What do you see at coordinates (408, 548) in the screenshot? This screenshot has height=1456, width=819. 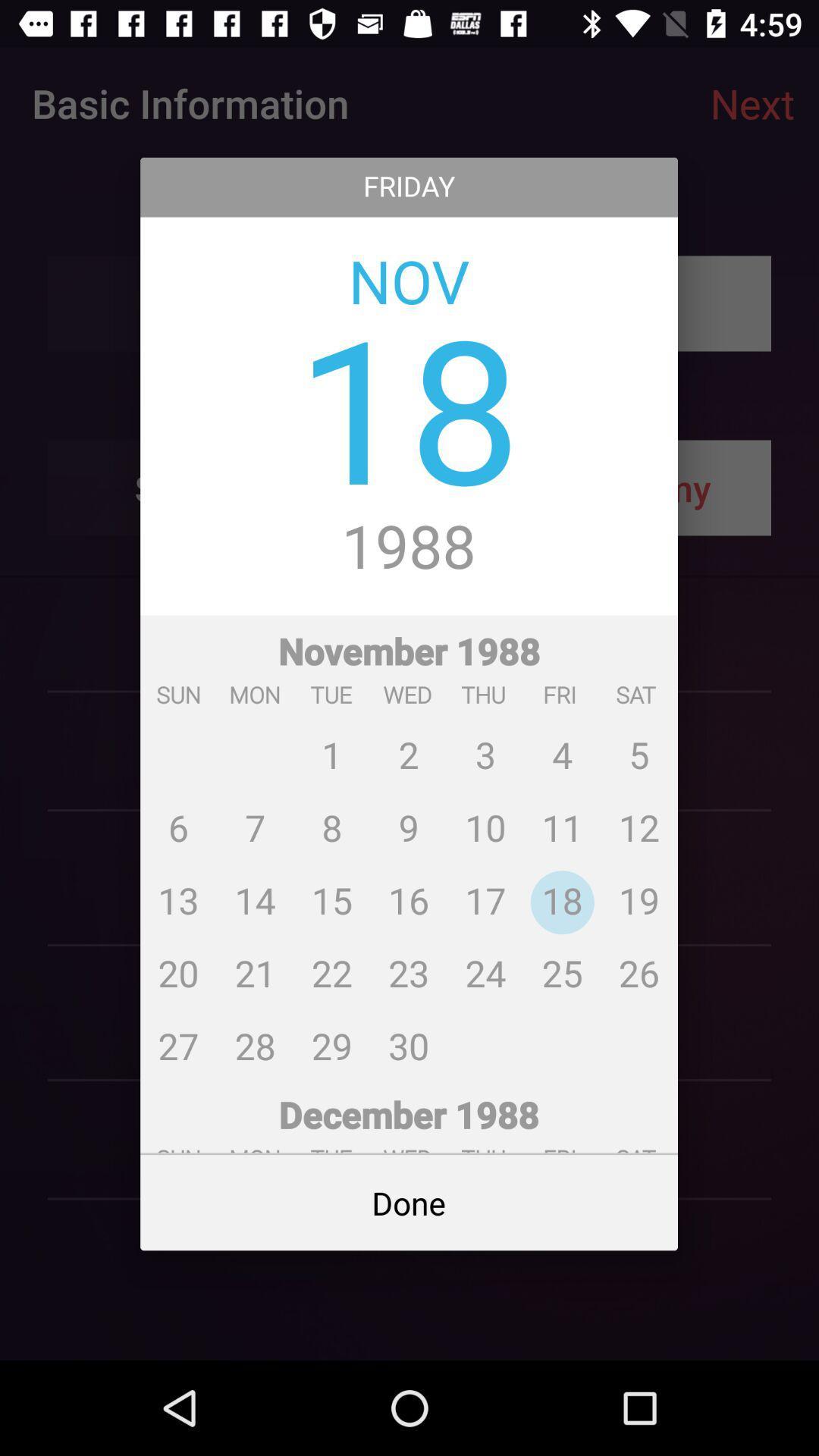 I see `item below the 18 icon` at bounding box center [408, 548].